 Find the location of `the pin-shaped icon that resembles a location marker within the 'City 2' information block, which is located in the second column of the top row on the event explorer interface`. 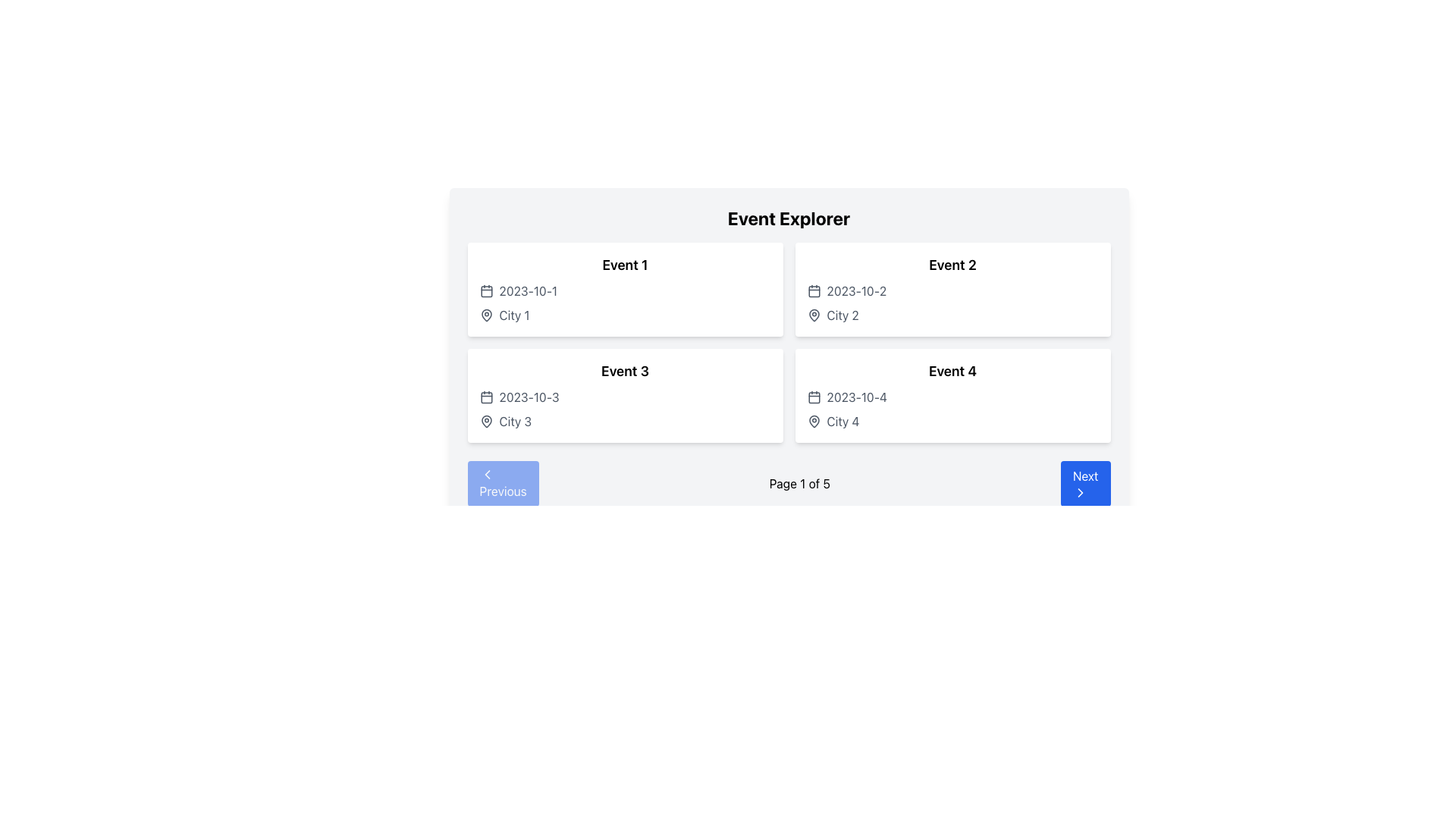

the pin-shaped icon that resembles a location marker within the 'City 2' information block, which is located in the second column of the top row on the event explorer interface is located at coordinates (813, 315).